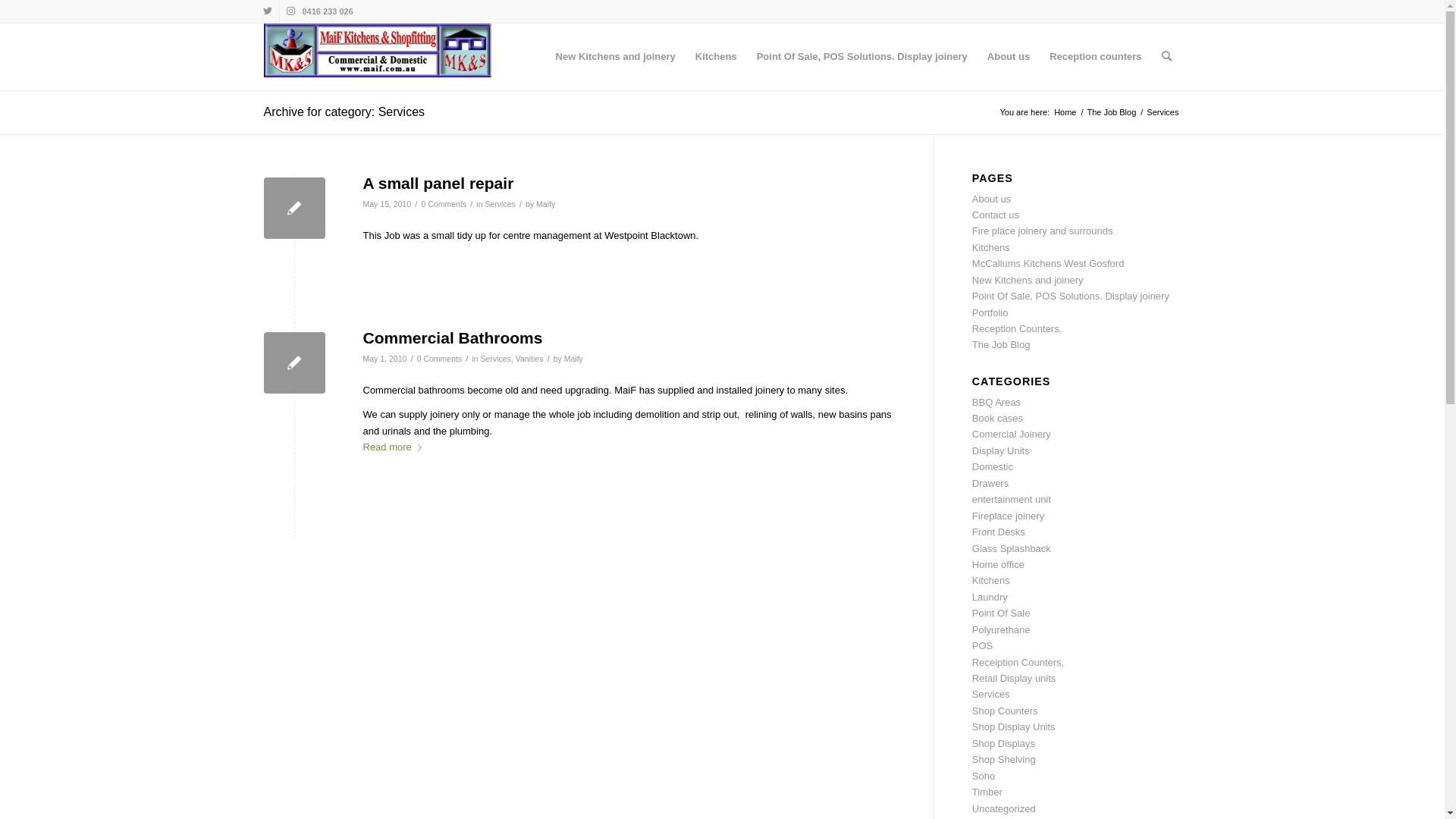  Describe the element at coordinates (1004, 808) in the screenshot. I see `'Uncategorized'` at that location.